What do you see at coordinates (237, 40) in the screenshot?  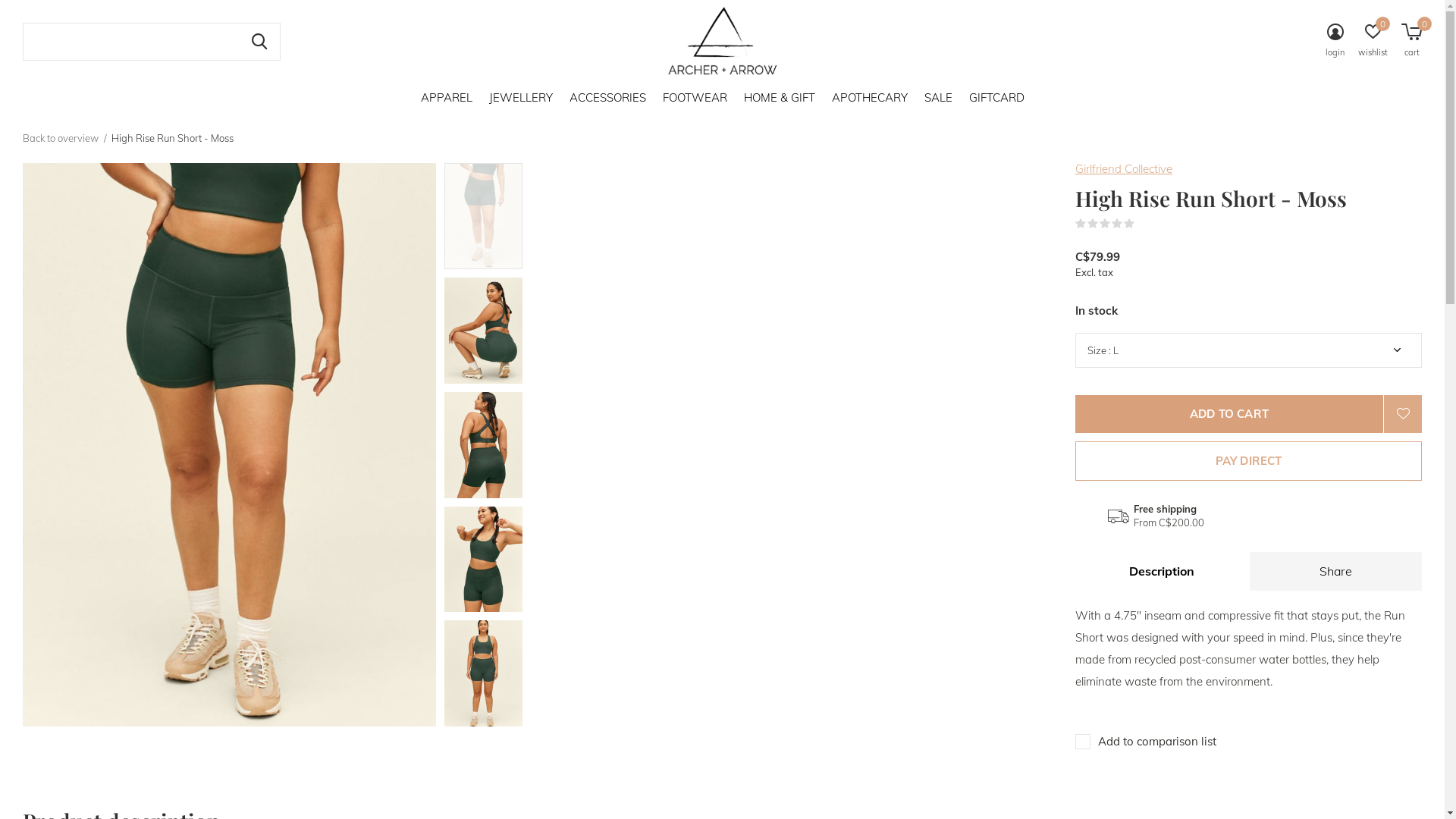 I see `'SEARCH'` at bounding box center [237, 40].